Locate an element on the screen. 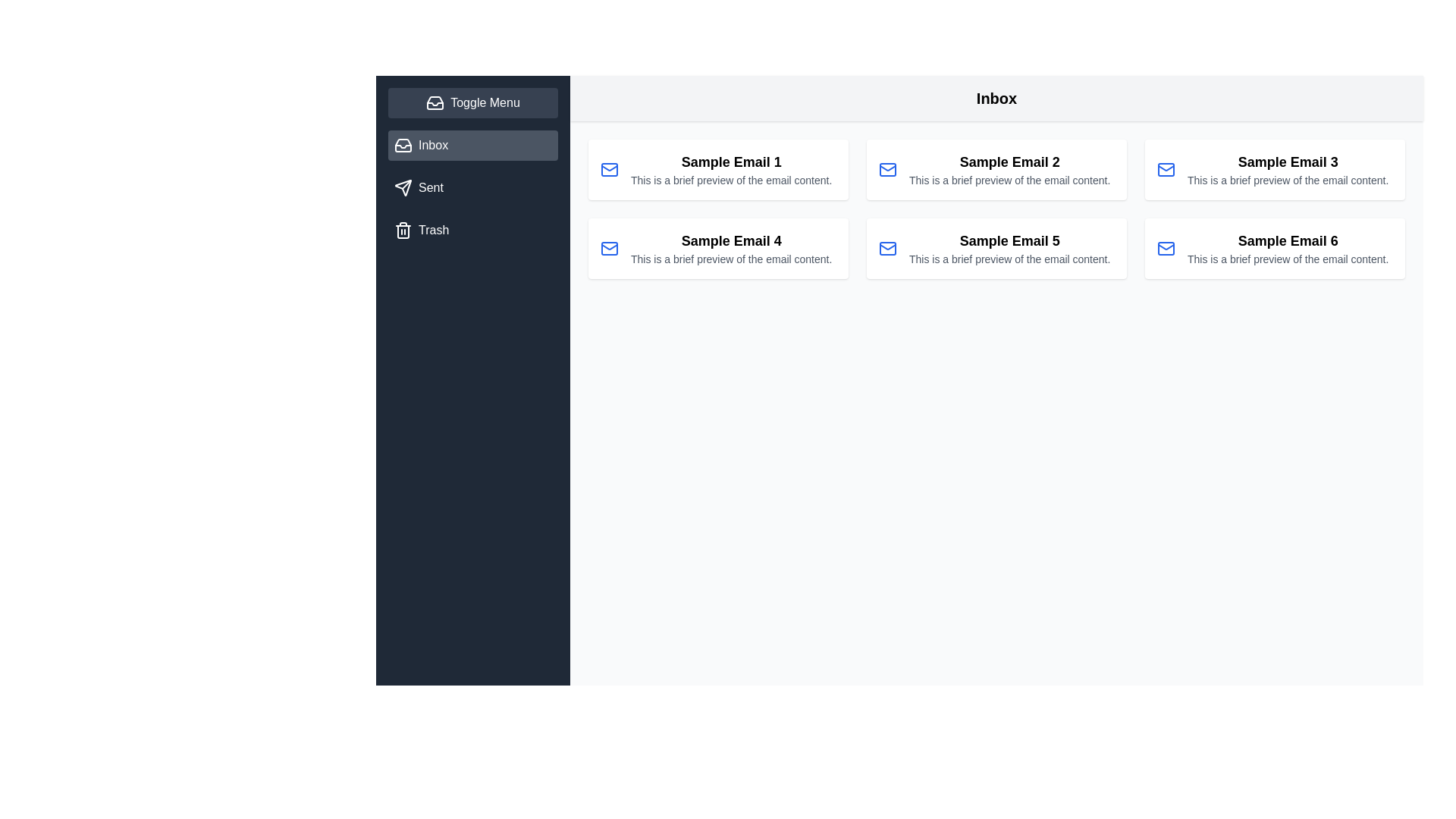 The width and height of the screenshot is (1456, 819). the clickable card element titled 'Sample Email 5' is located at coordinates (1009, 247).